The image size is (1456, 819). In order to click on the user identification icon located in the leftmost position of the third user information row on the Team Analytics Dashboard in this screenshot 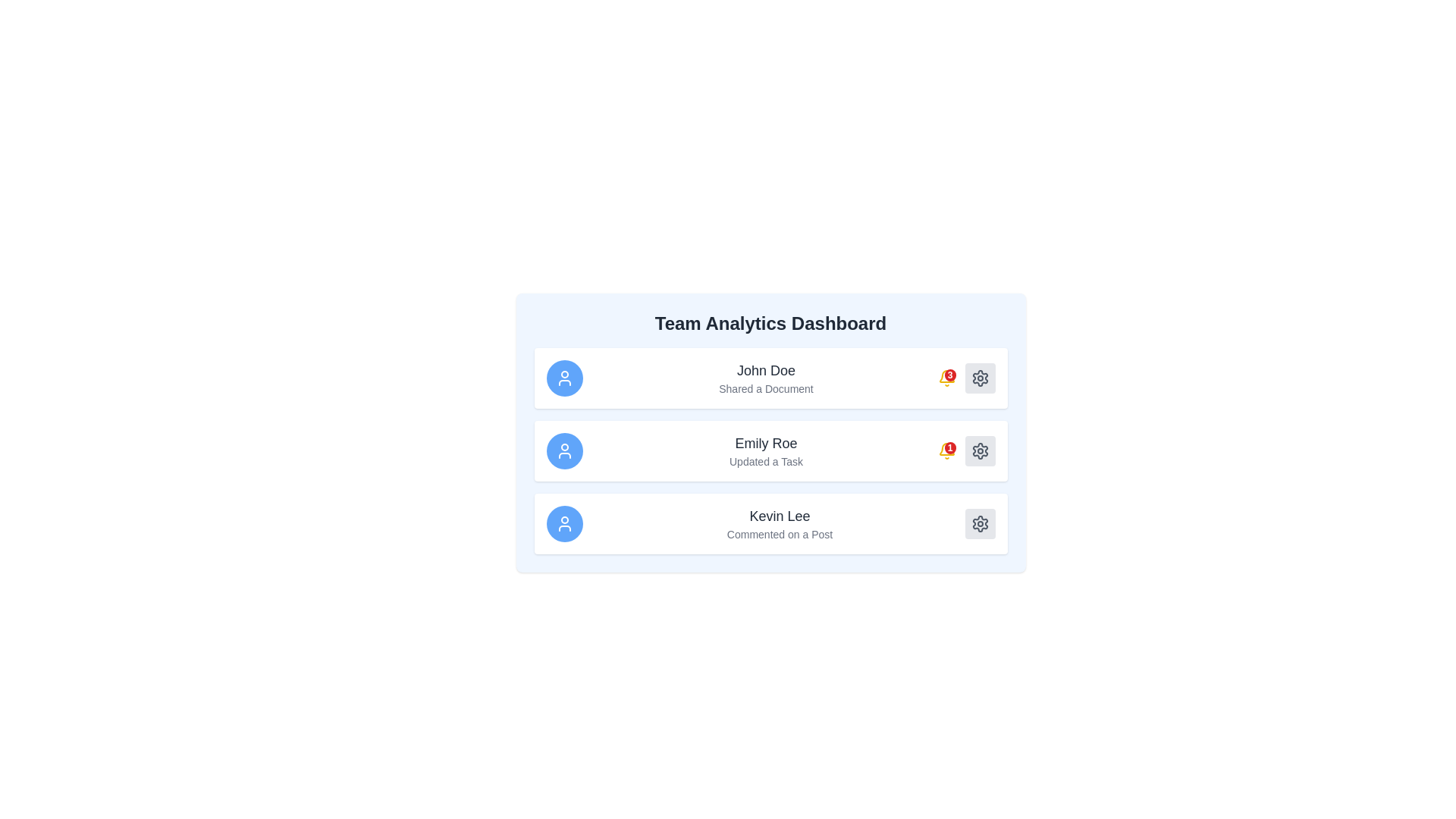, I will do `click(563, 522)`.